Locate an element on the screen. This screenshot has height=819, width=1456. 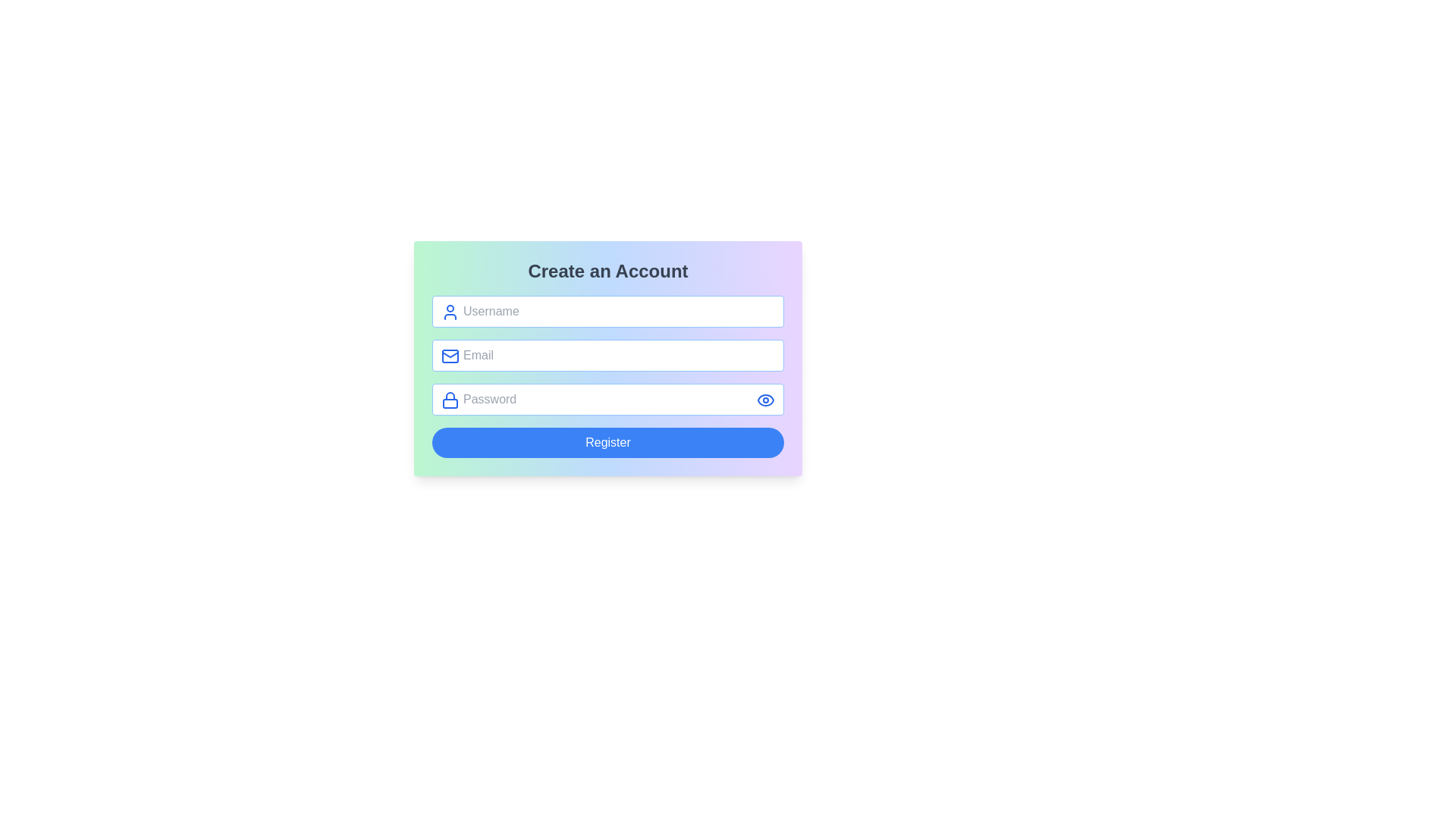
the top semicircular portion of the padlock icon, which is styled with blue lines and located to the left of the 'Password' input field is located at coordinates (450, 395).